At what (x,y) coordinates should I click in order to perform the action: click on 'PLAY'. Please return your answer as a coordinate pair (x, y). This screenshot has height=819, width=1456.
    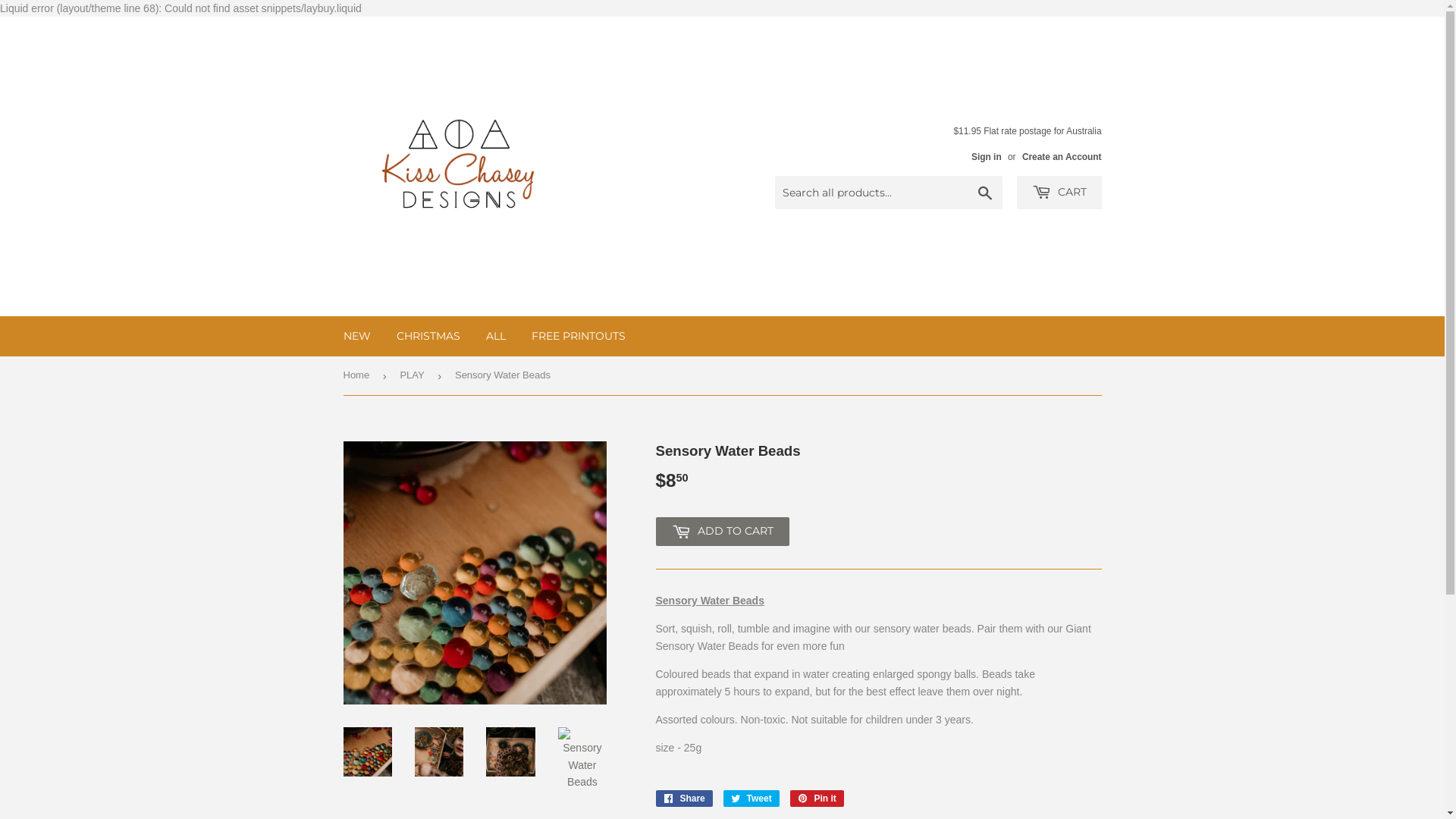
    Looking at the image, I should click on (400, 375).